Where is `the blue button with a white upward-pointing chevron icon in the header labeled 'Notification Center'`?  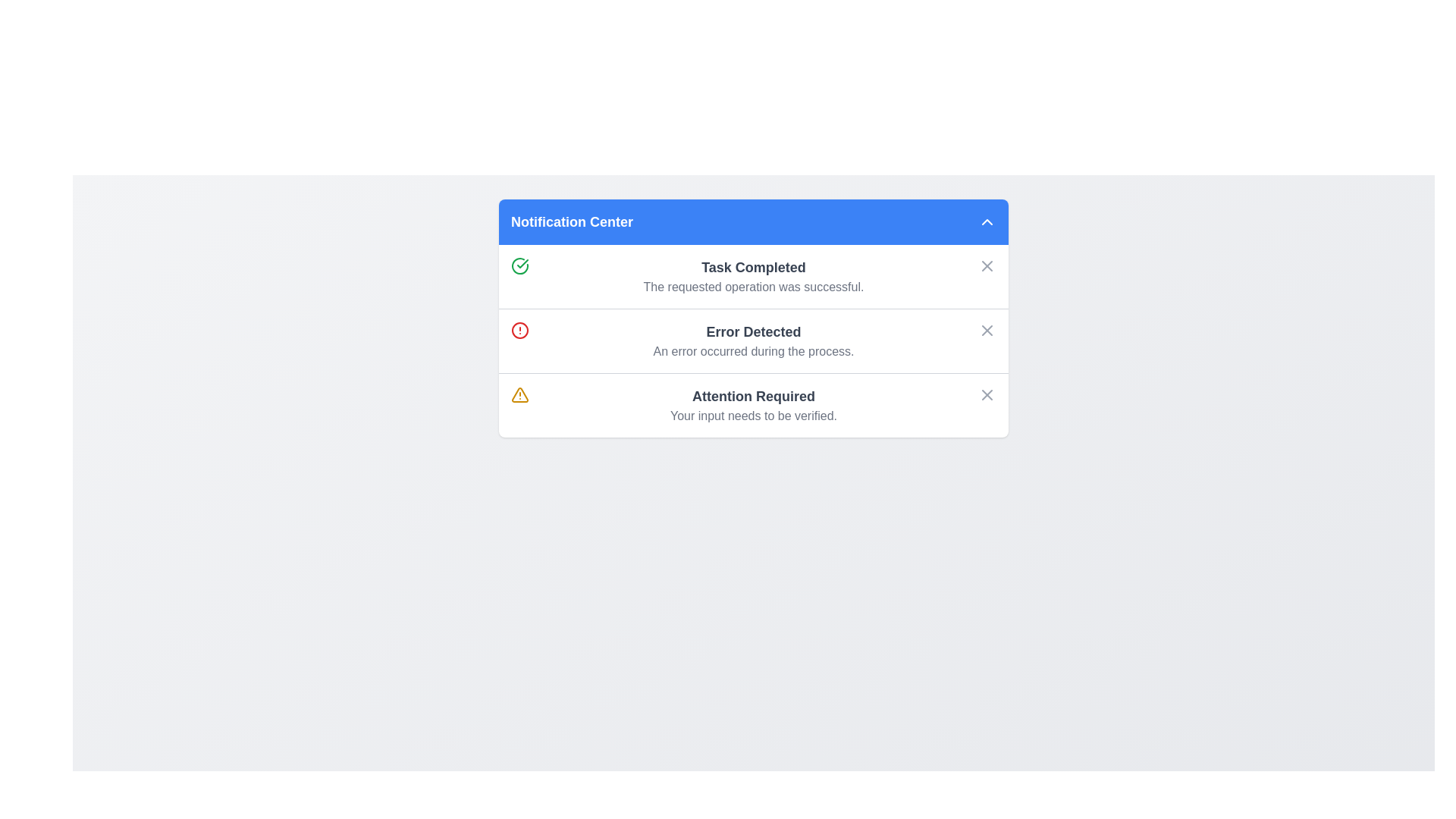
the blue button with a white upward-pointing chevron icon in the header labeled 'Notification Center' is located at coordinates (987, 222).